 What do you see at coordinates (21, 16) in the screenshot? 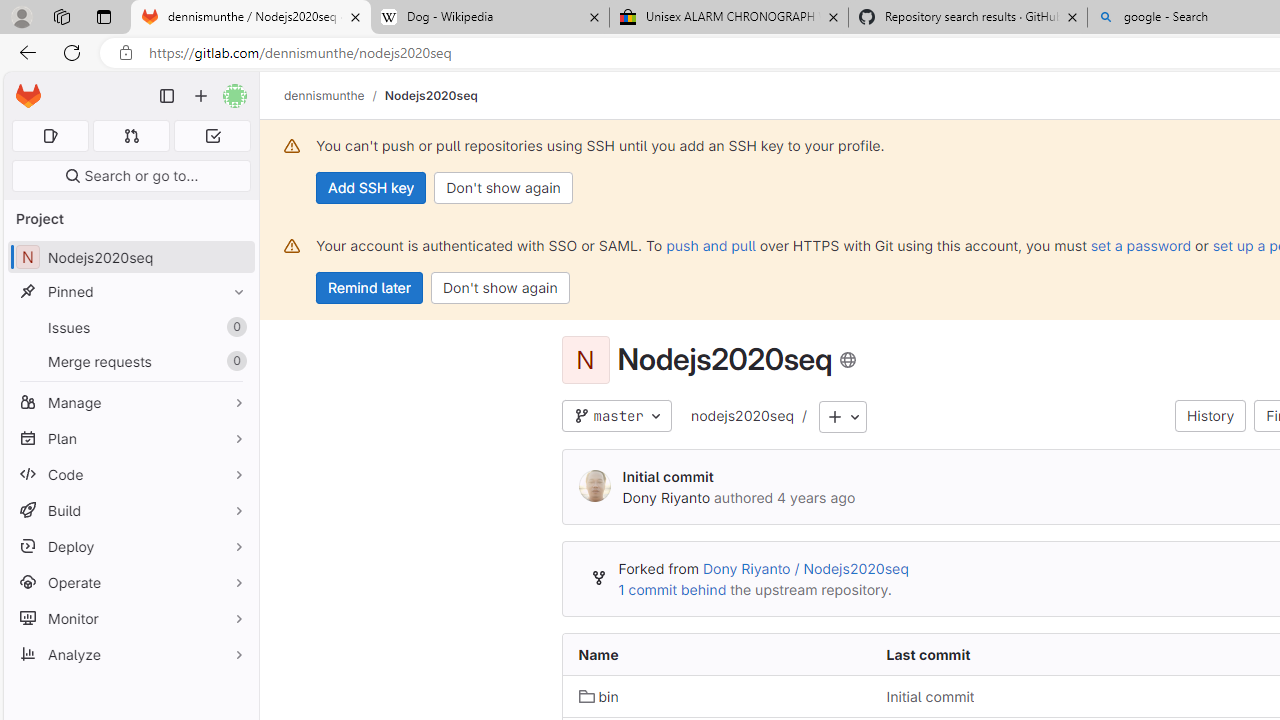
I see `'Personal Profile'` at bounding box center [21, 16].